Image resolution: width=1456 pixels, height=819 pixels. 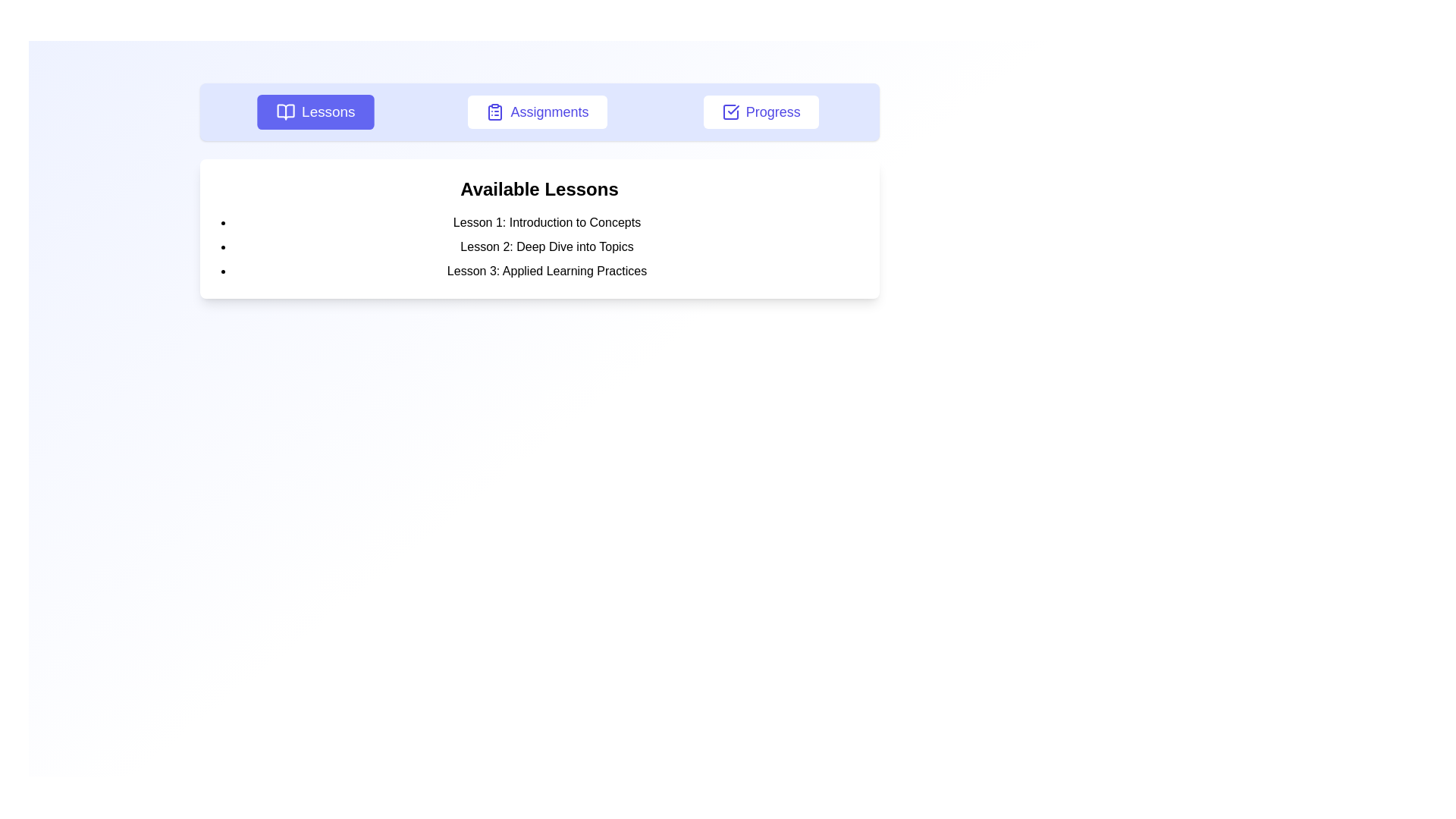 What do you see at coordinates (548, 111) in the screenshot?
I see `the label indicating the currently selected navigation option, which is the second element in the horizontal menu between 'Lessons' and 'Progress'` at bounding box center [548, 111].